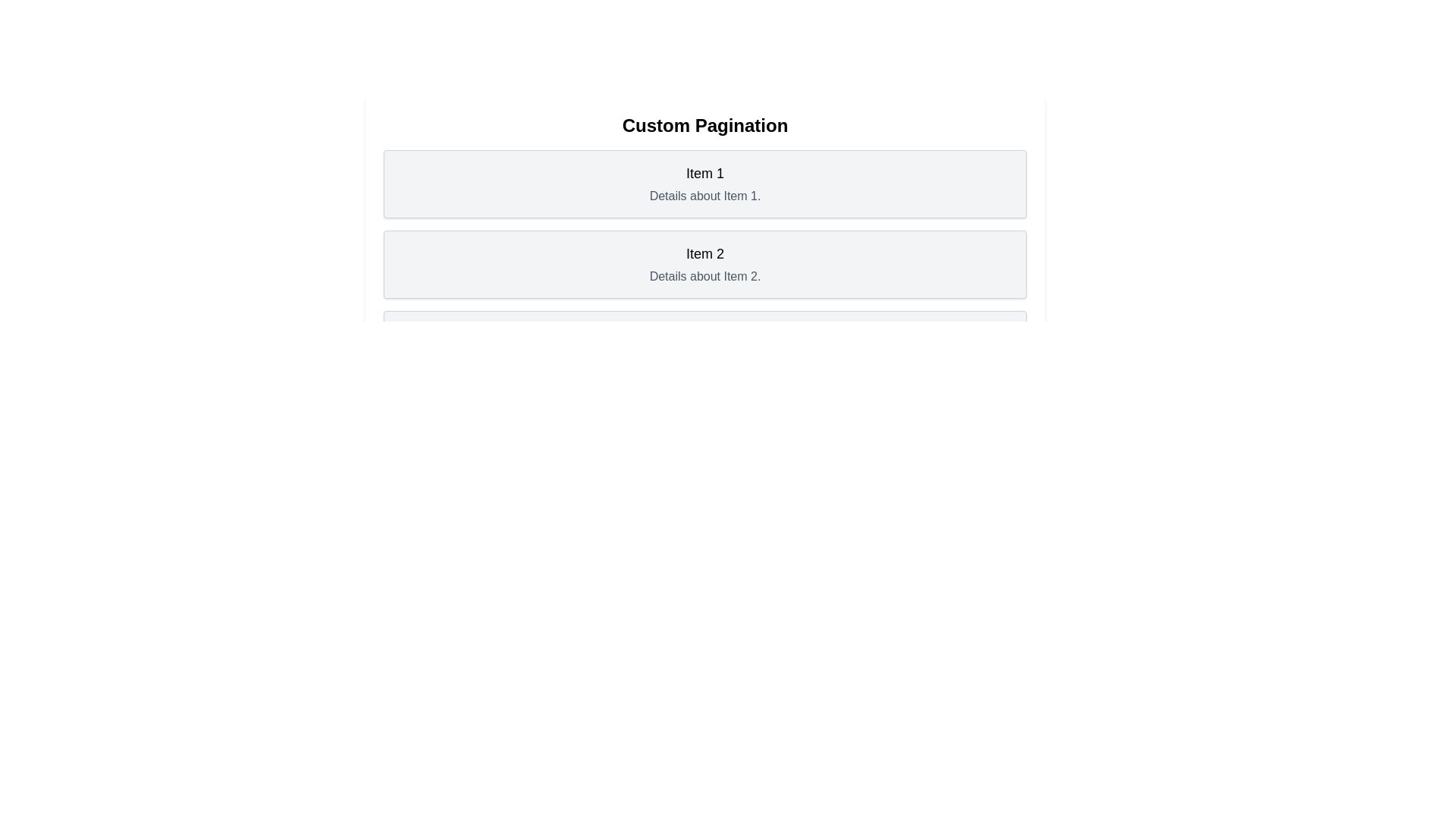 The height and width of the screenshot is (819, 1456). What do you see at coordinates (704, 124) in the screenshot?
I see `the large, bold, black text label reading 'Custom Pagination' displayed prominently at the top of the section` at bounding box center [704, 124].